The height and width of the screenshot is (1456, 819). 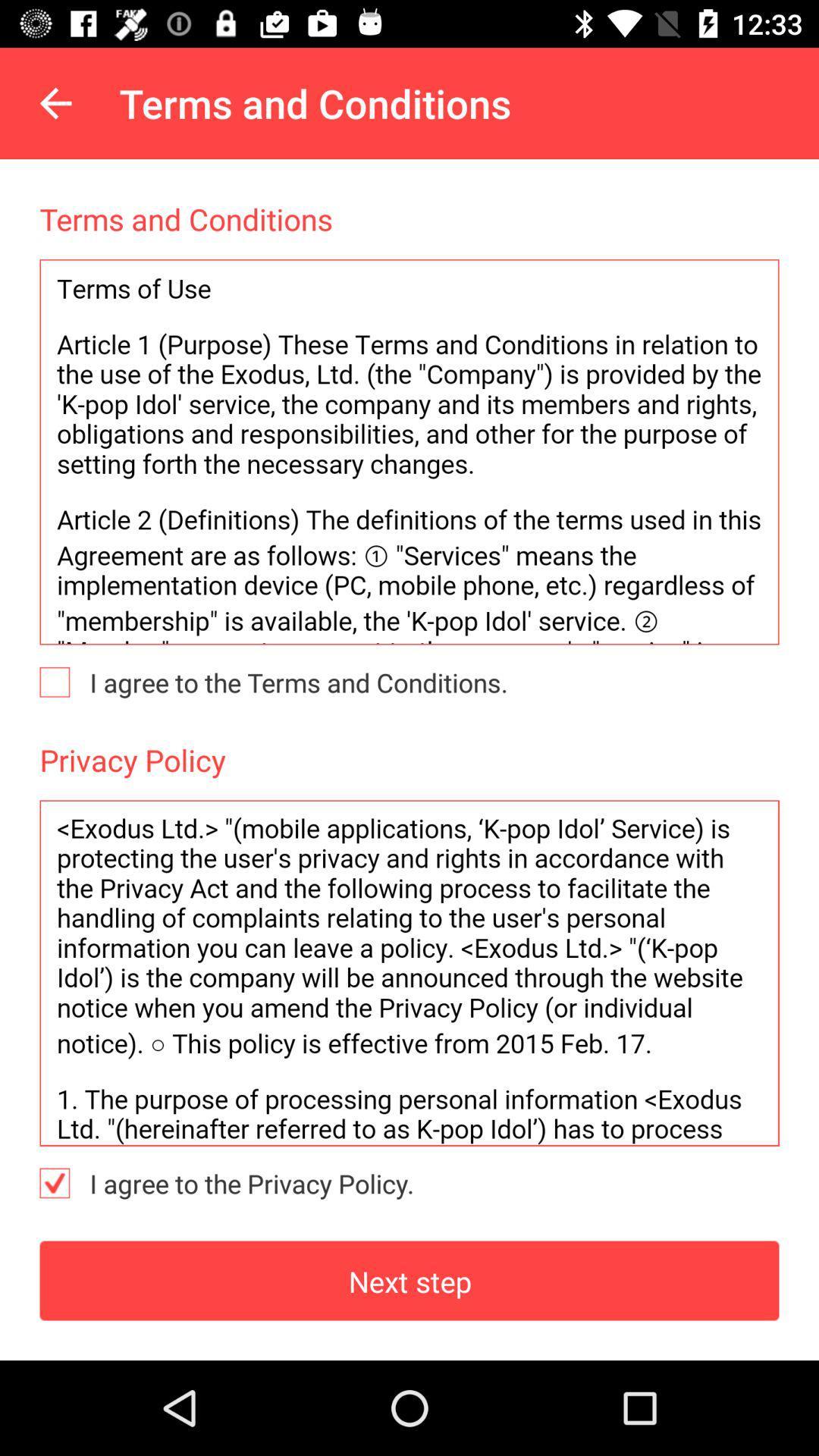 I want to click on advatisment, so click(x=409, y=451).